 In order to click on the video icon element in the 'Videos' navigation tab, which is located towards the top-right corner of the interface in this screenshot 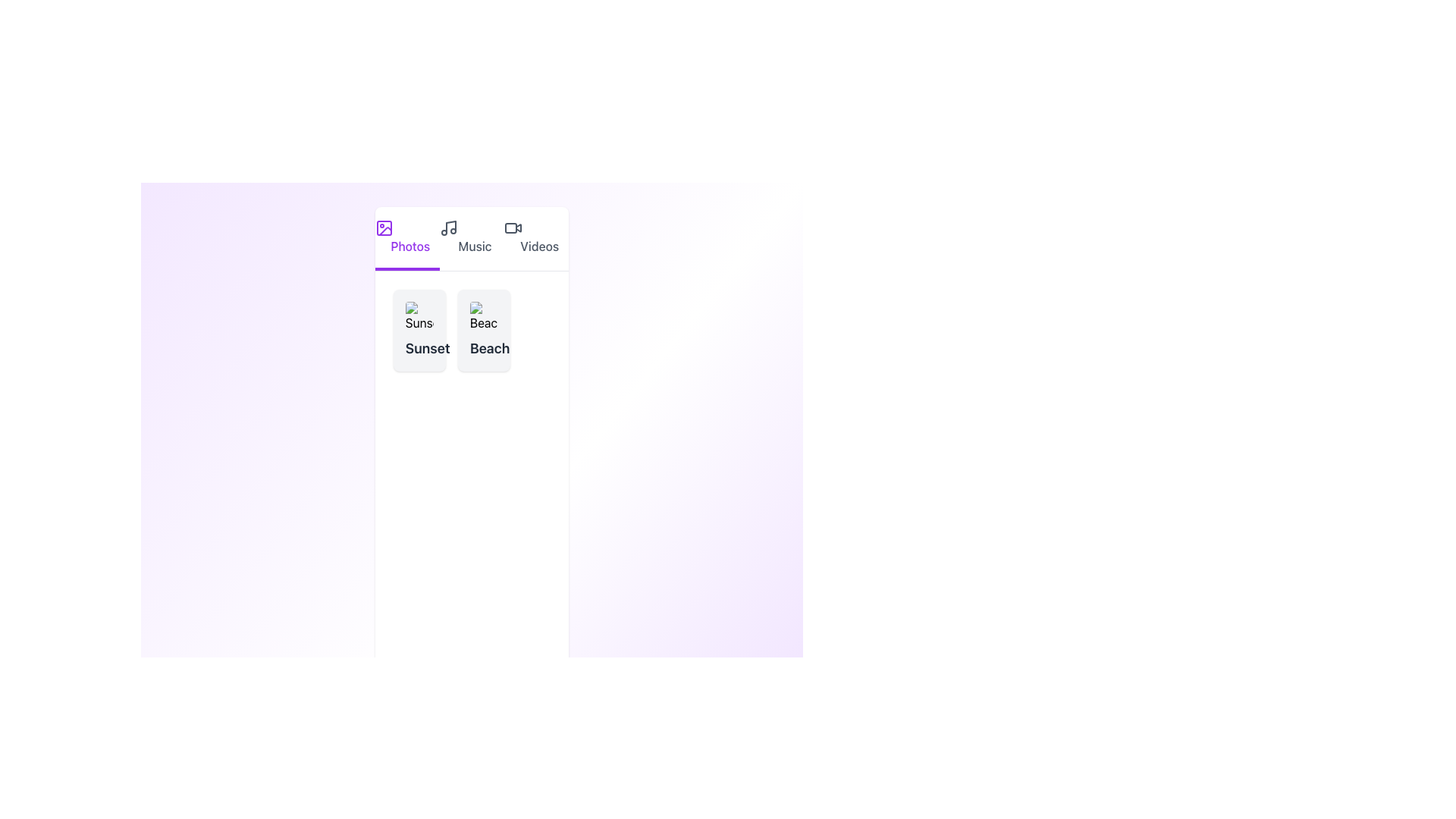, I will do `click(519, 227)`.